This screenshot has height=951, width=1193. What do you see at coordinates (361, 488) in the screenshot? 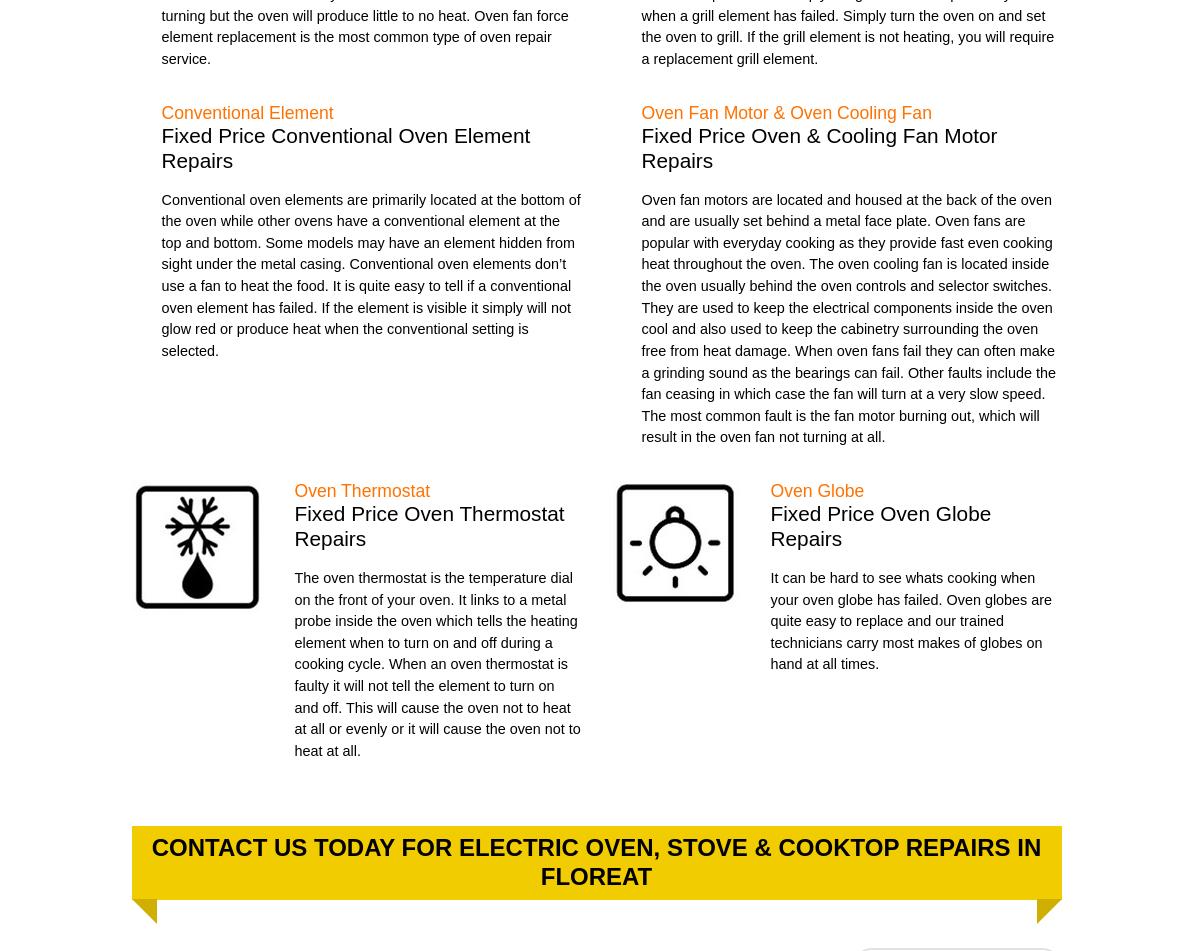
I see `'Oven Thermostat'` at bounding box center [361, 488].